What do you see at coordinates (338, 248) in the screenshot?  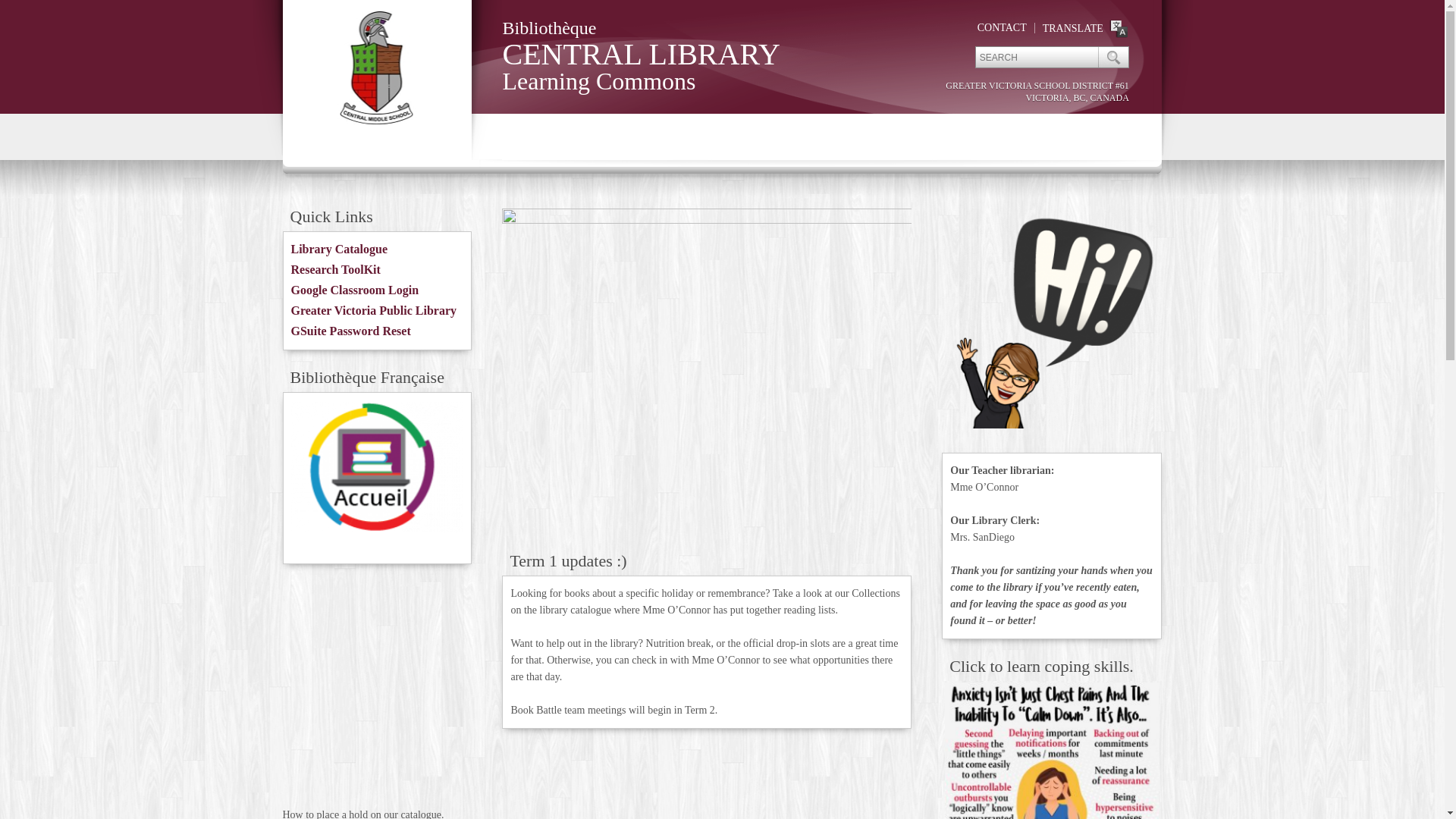 I see `'Library Catalogue'` at bounding box center [338, 248].